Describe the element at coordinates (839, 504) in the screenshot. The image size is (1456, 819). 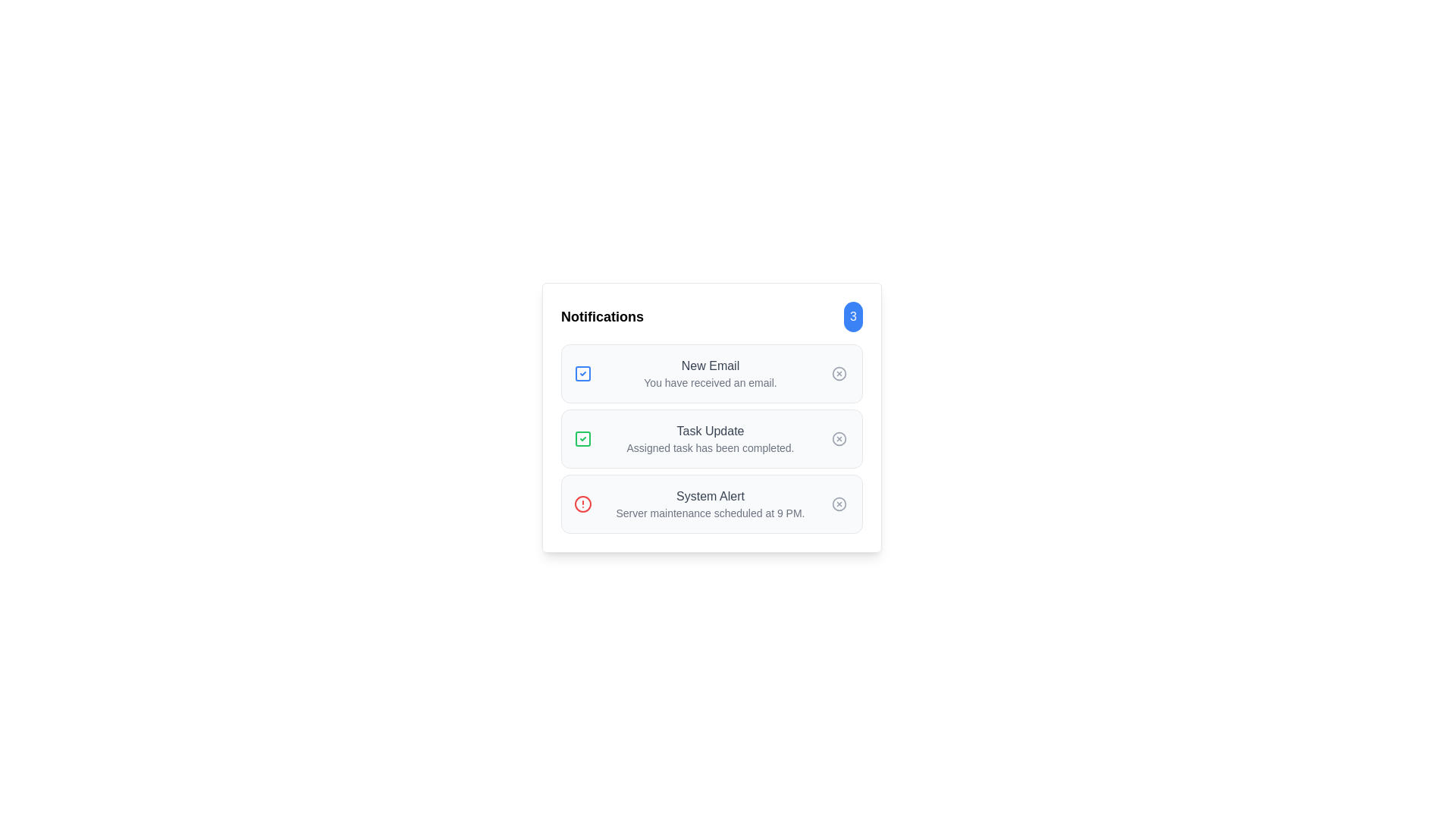
I see `the circular base of the close icon located at the rightmost edge of the system alert notification card` at that location.